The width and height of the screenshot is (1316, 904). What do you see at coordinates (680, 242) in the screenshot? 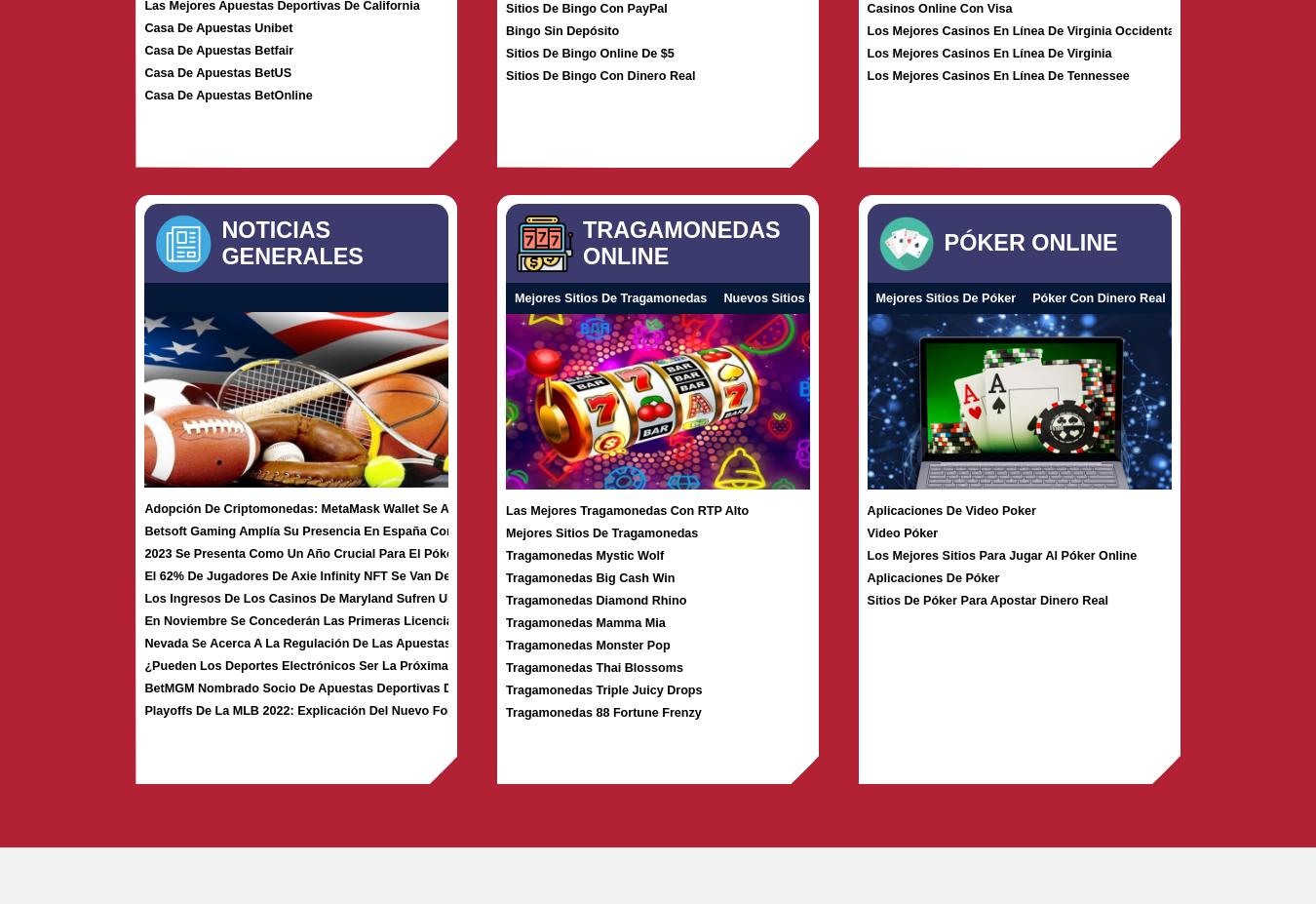
I see `'Tragamonedas Online'` at bounding box center [680, 242].